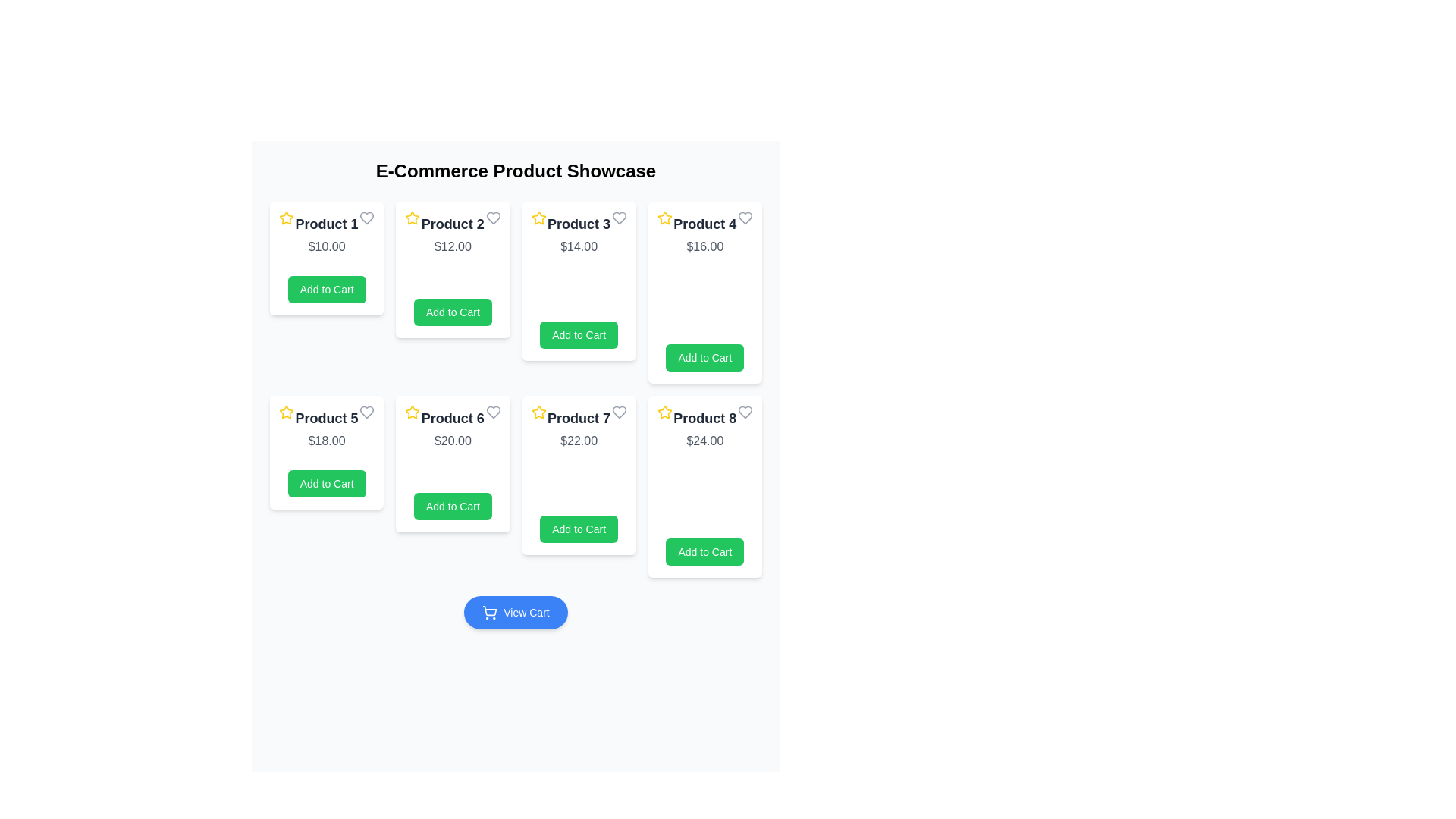 The width and height of the screenshot is (1456, 819). What do you see at coordinates (367, 412) in the screenshot?
I see `the Heart icon button located at the top-right corner of the card displaying 'Product 5'` at bounding box center [367, 412].